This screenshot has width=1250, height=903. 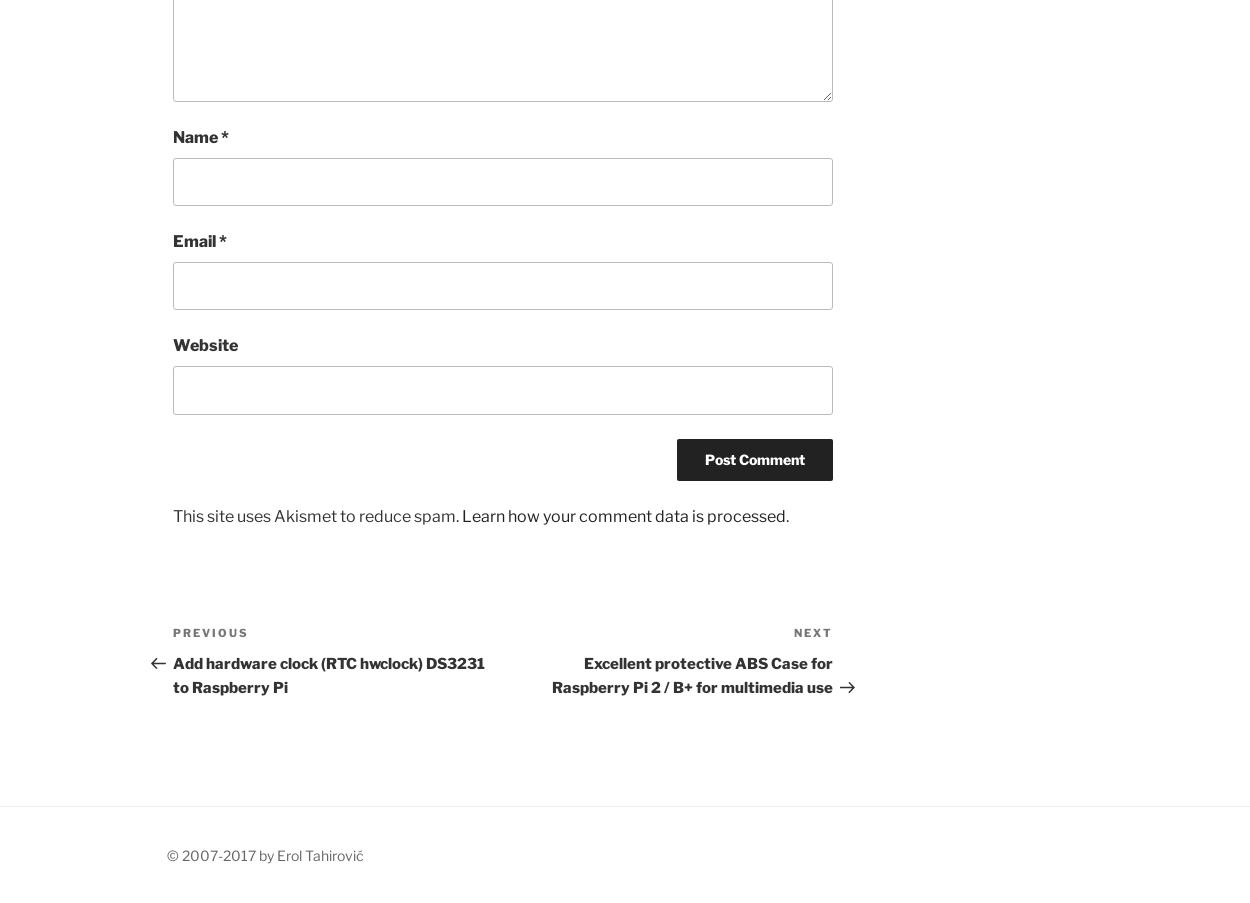 I want to click on 'Add hardware clock (RTC hwclock) DS3231 to Raspberry Pi', so click(x=173, y=674).